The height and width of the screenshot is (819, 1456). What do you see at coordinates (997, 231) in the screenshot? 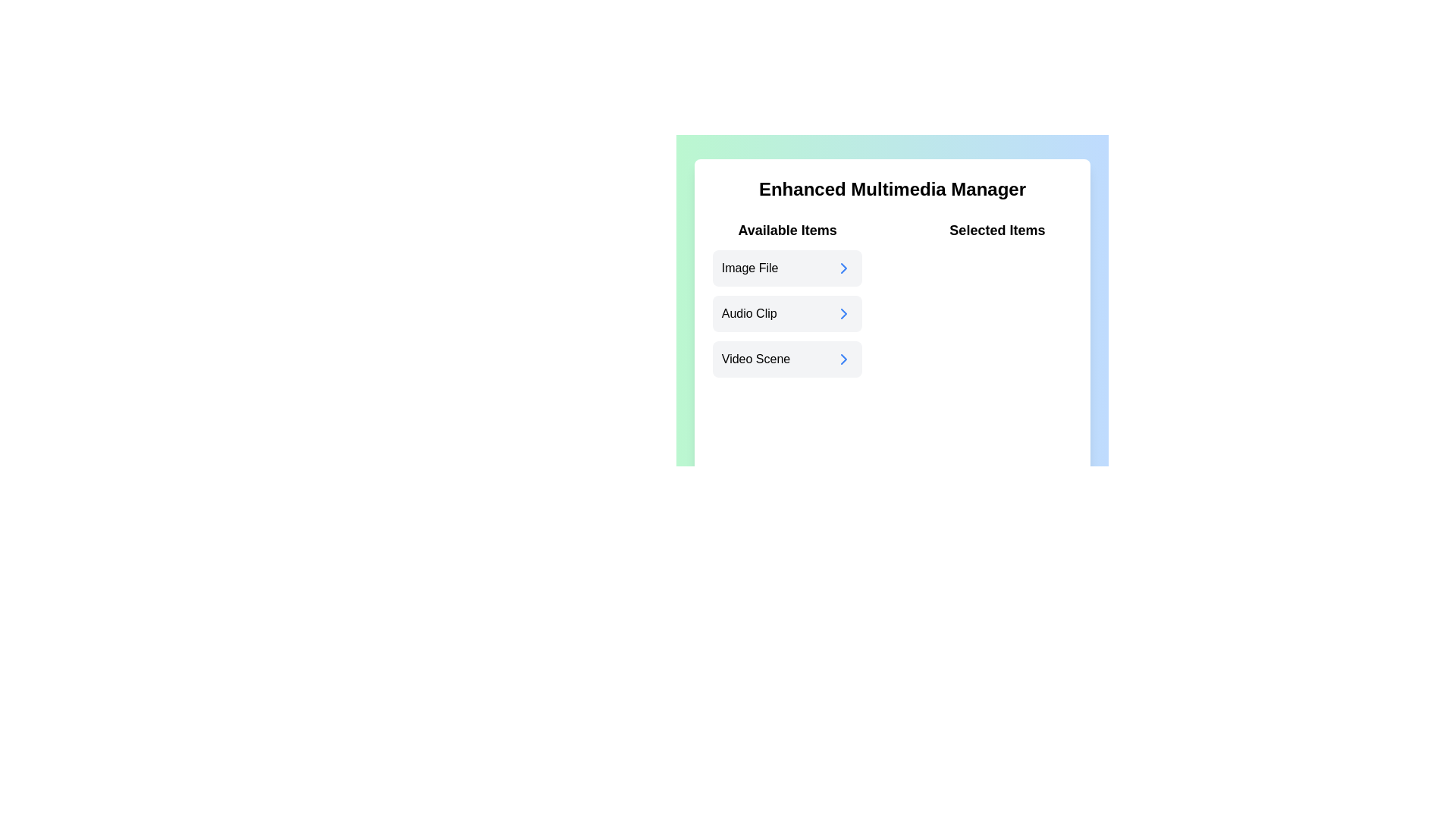
I see `the Header text or label indicating the section for selected items, located in the upper center-right section of the application's main content area` at bounding box center [997, 231].